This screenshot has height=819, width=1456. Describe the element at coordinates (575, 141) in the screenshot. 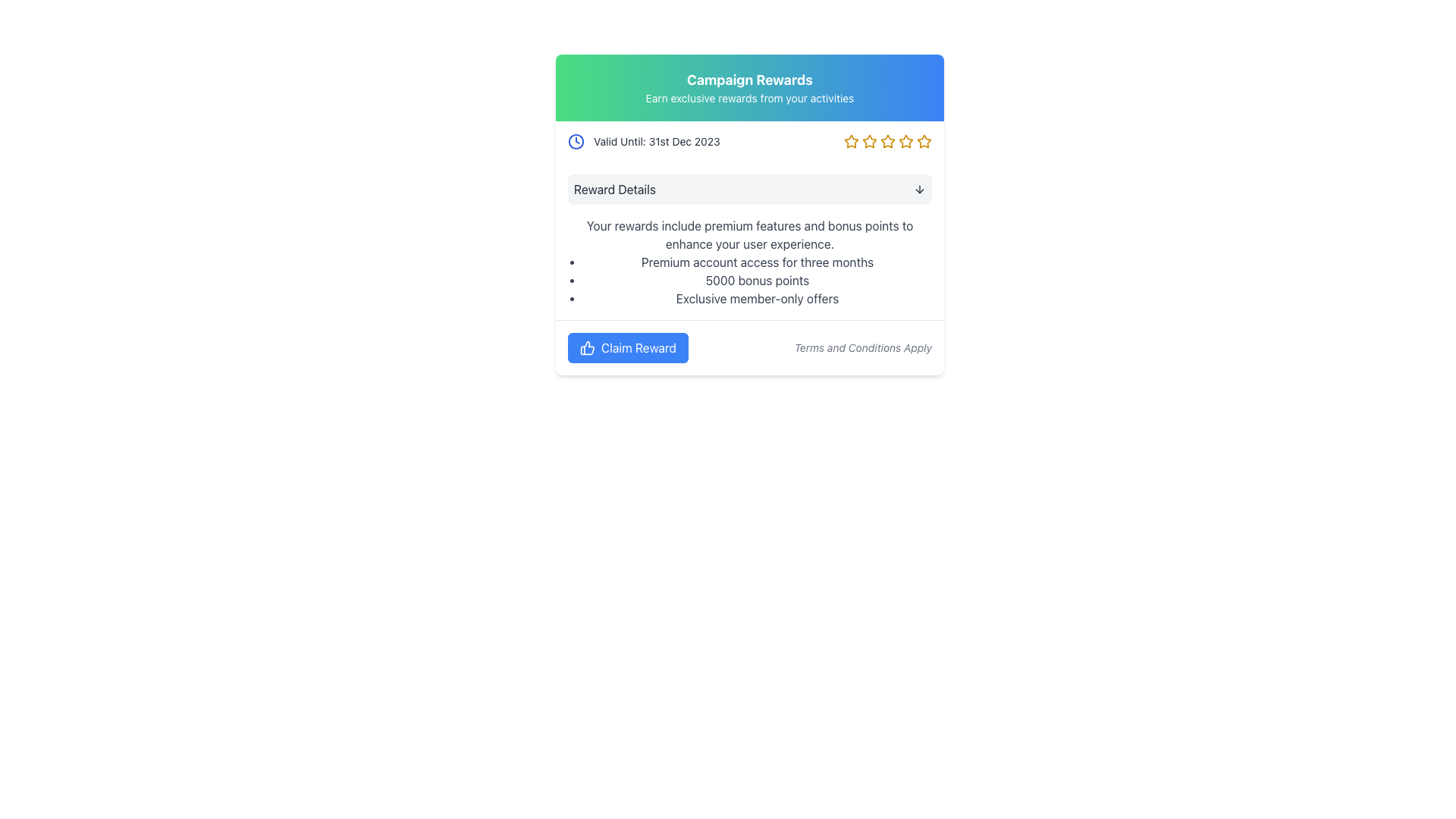

I see `the blue clock icon located to the left of the text 'Valid Until: 31st Dec 2023'` at that location.